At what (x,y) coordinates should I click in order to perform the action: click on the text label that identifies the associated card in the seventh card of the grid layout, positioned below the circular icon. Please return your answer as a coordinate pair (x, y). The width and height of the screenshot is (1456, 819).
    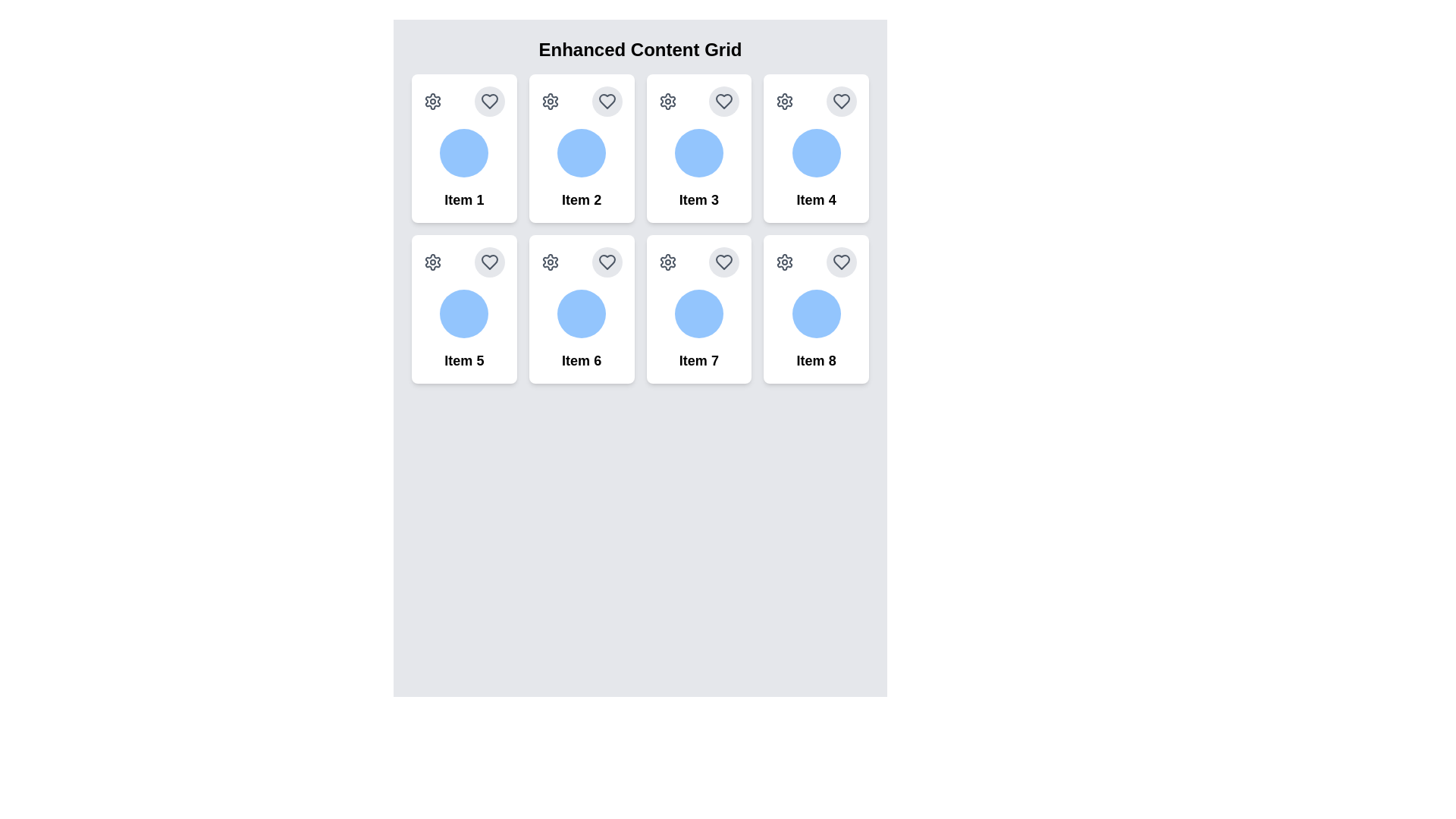
    Looking at the image, I should click on (698, 360).